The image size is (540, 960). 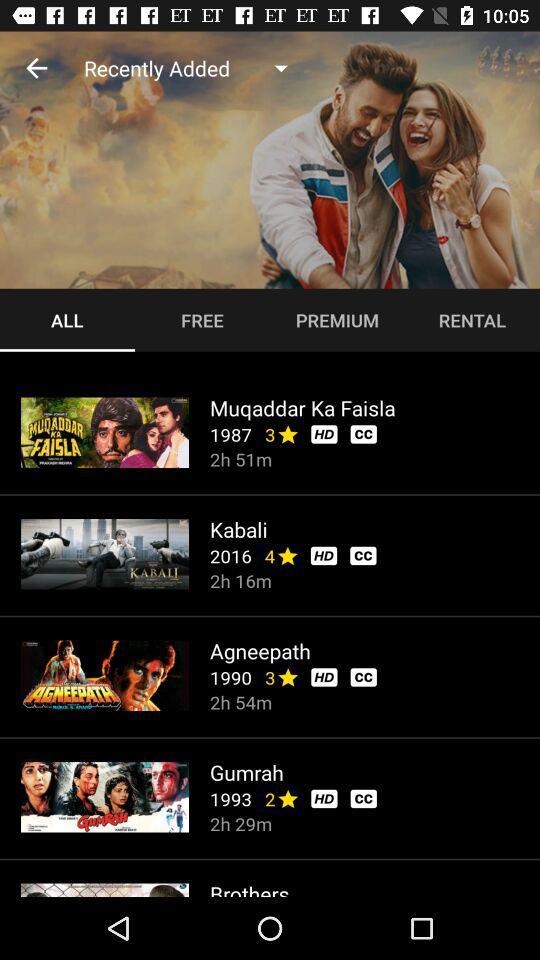 I want to click on premium, so click(x=337, y=320).